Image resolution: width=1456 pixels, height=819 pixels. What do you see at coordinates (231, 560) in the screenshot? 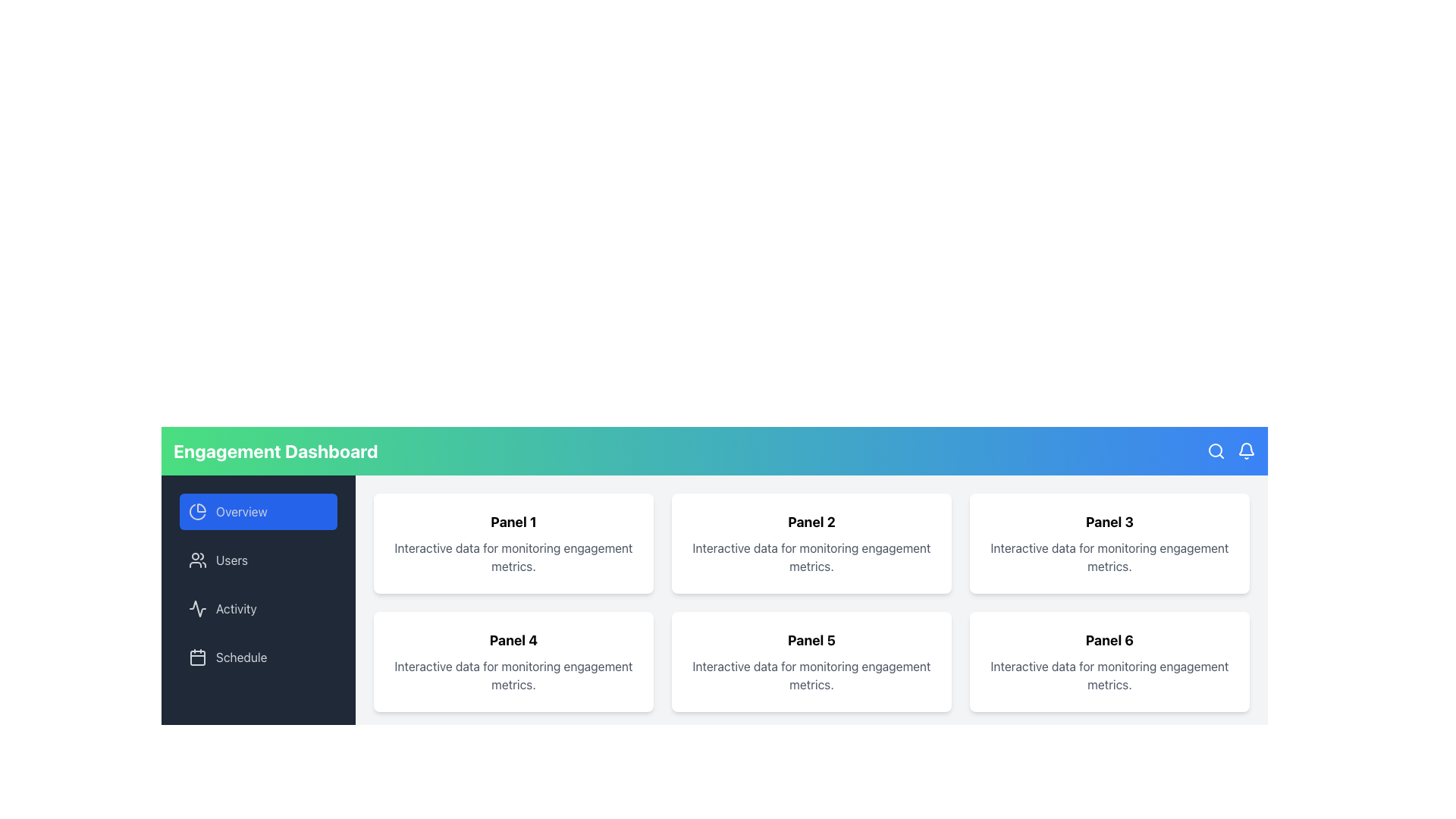
I see `the 'Users' text label in the vertical navigation menu` at bounding box center [231, 560].